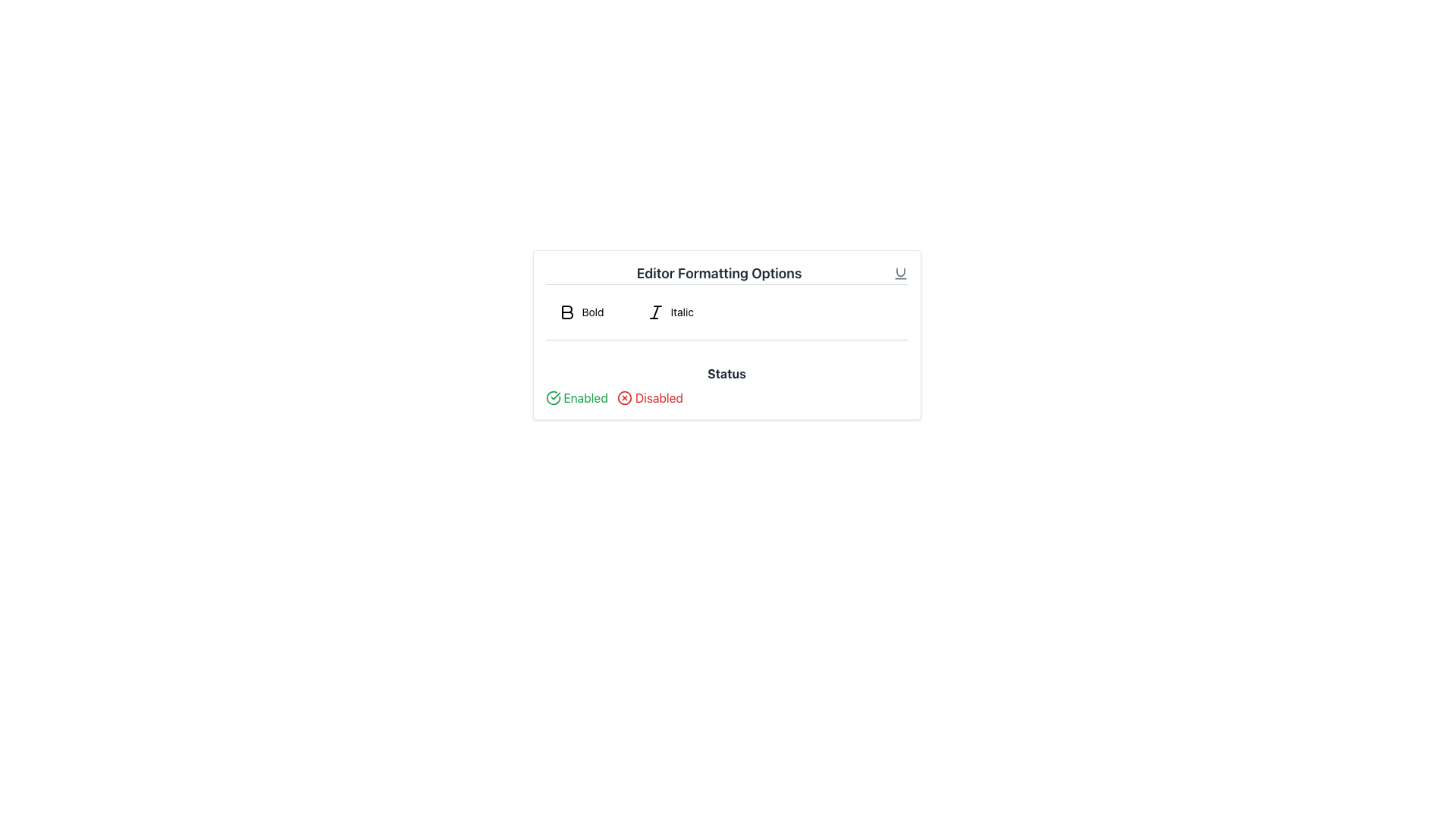 The width and height of the screenshot is (1456, 819). I want to click on status information from the 'Status' section located in the 'Editor Formatting Options' card, which includes the options 'Enabled' and 'Disabled', so click(726, 385).